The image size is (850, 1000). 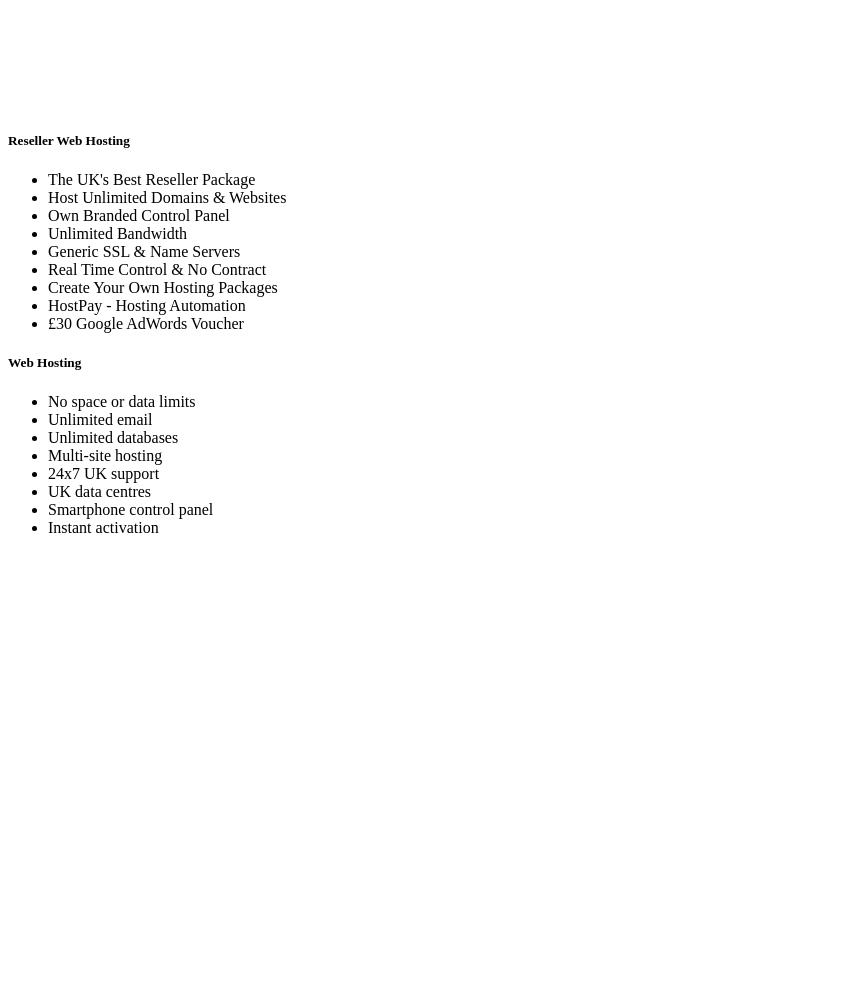 What do you see at coordinates (68, 139) in the screenshot?
I see `'Reseller Web Hosting'` at bounding box center [68, 139].